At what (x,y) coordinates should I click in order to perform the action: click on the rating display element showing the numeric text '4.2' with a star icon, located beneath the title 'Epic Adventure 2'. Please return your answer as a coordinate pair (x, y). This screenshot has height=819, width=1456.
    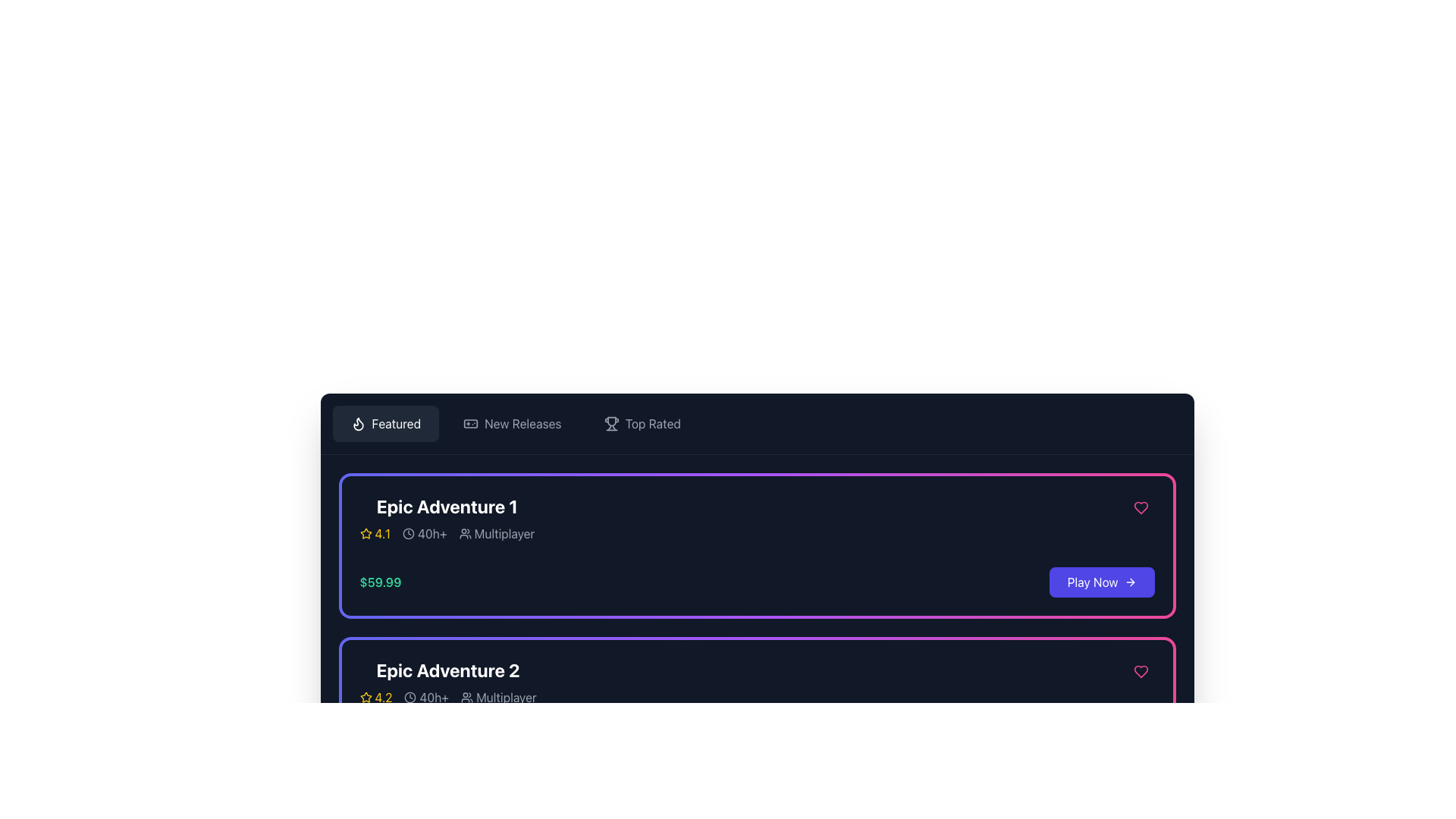
    Looking at the image, I should click on (375, 698).